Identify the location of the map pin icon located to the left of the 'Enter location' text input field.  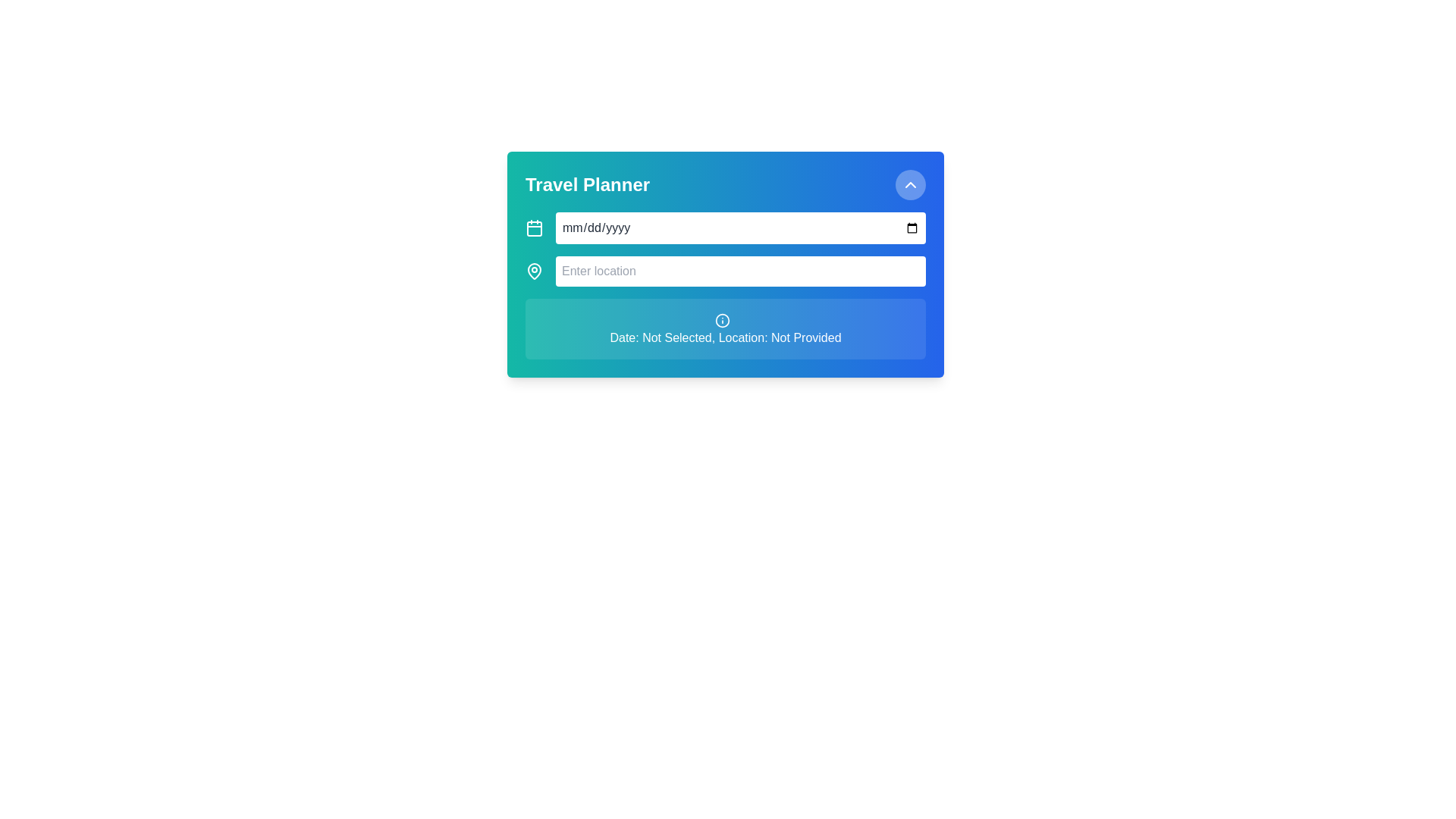
(535, 271).